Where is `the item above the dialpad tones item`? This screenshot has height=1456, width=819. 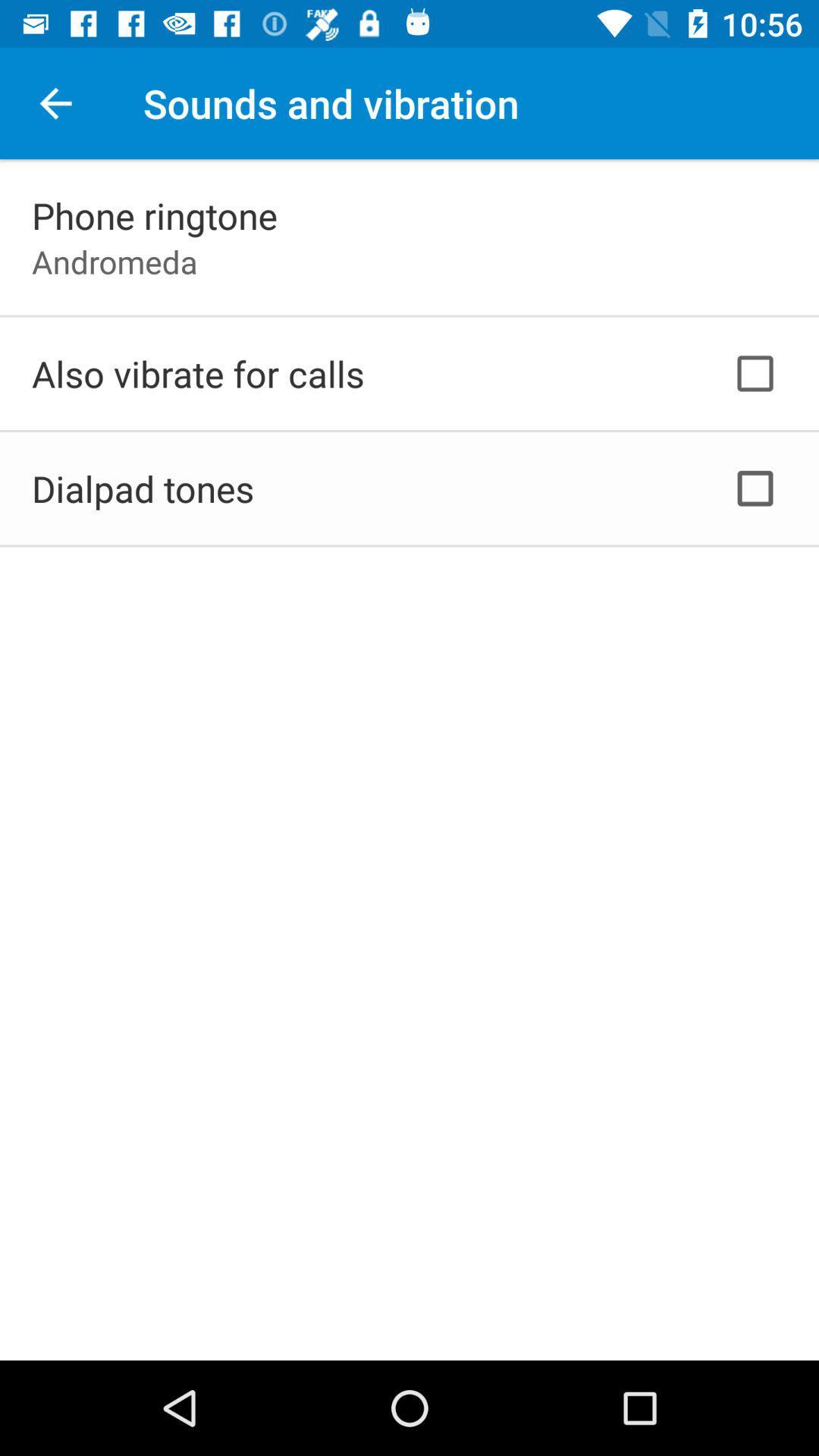 the item above the dialpad tones item is located at coordinates (197, 373).